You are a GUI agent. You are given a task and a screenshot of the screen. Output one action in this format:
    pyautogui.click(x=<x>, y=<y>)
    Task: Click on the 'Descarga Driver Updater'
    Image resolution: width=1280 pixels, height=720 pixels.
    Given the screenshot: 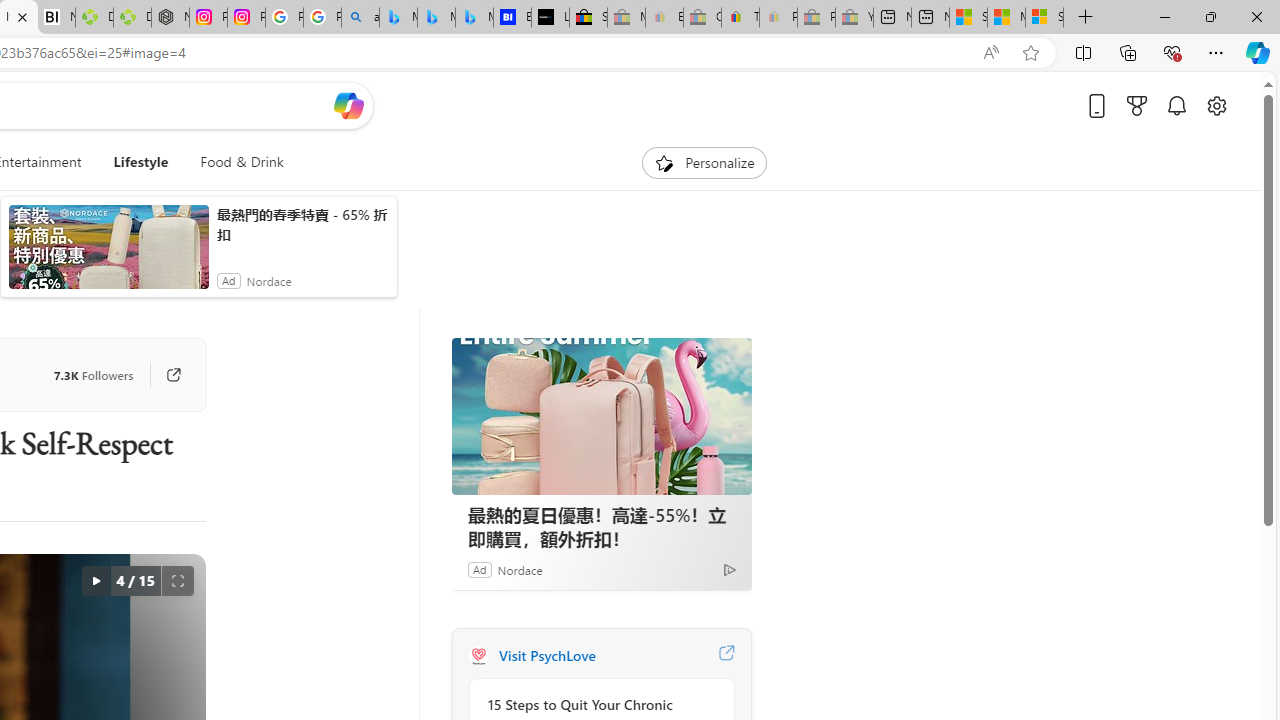 What is the action you would take?
    pyautogui.click(x=131, y=17)
    